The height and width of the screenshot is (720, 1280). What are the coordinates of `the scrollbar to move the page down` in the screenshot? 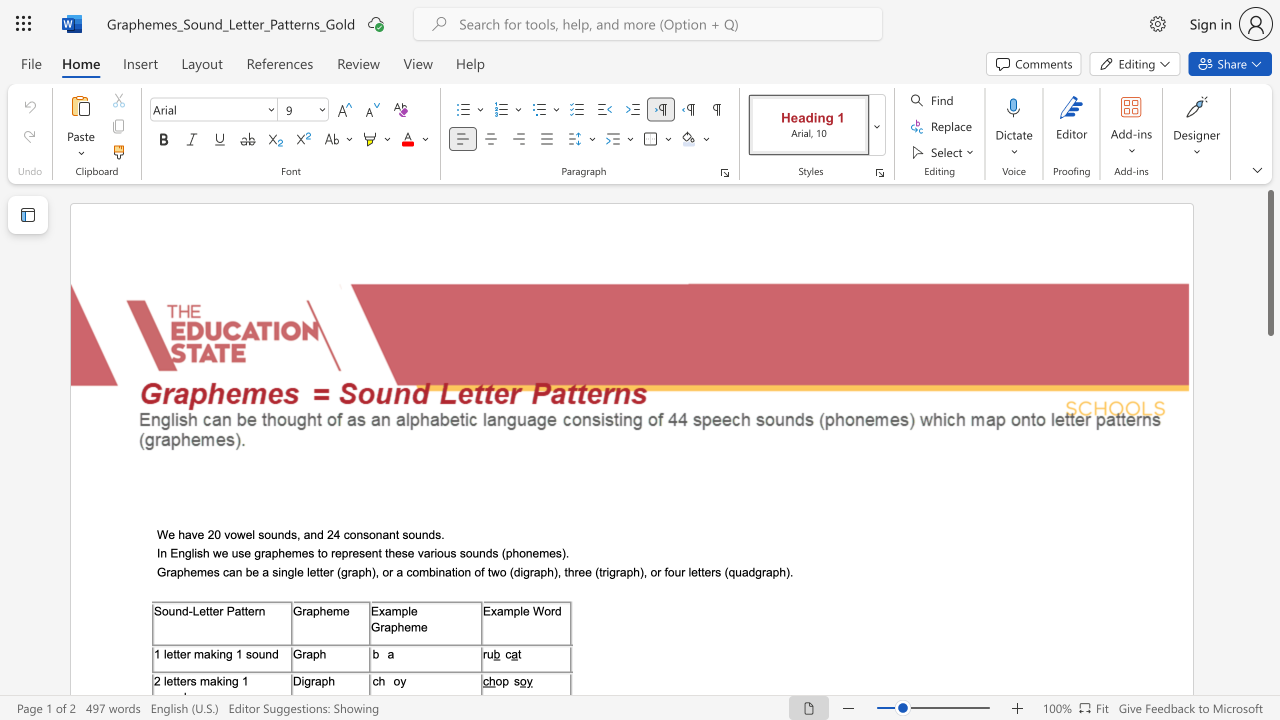 It's located at (1269, 438).